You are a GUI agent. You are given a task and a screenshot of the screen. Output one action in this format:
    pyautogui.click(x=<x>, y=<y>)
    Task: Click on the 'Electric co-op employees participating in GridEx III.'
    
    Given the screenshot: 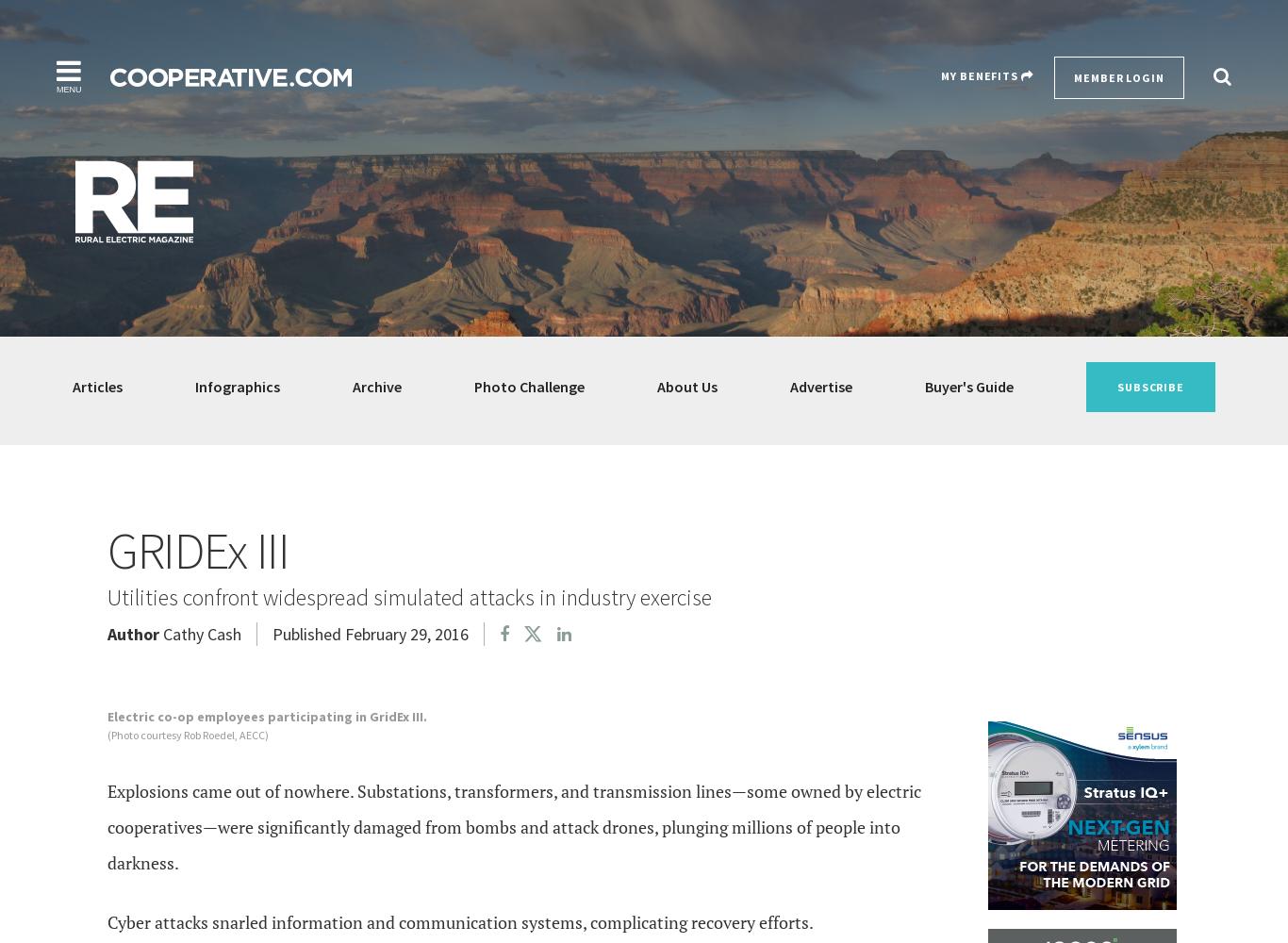 What is the action you would take?
    pyautogui.click(x=267, y=717)
    